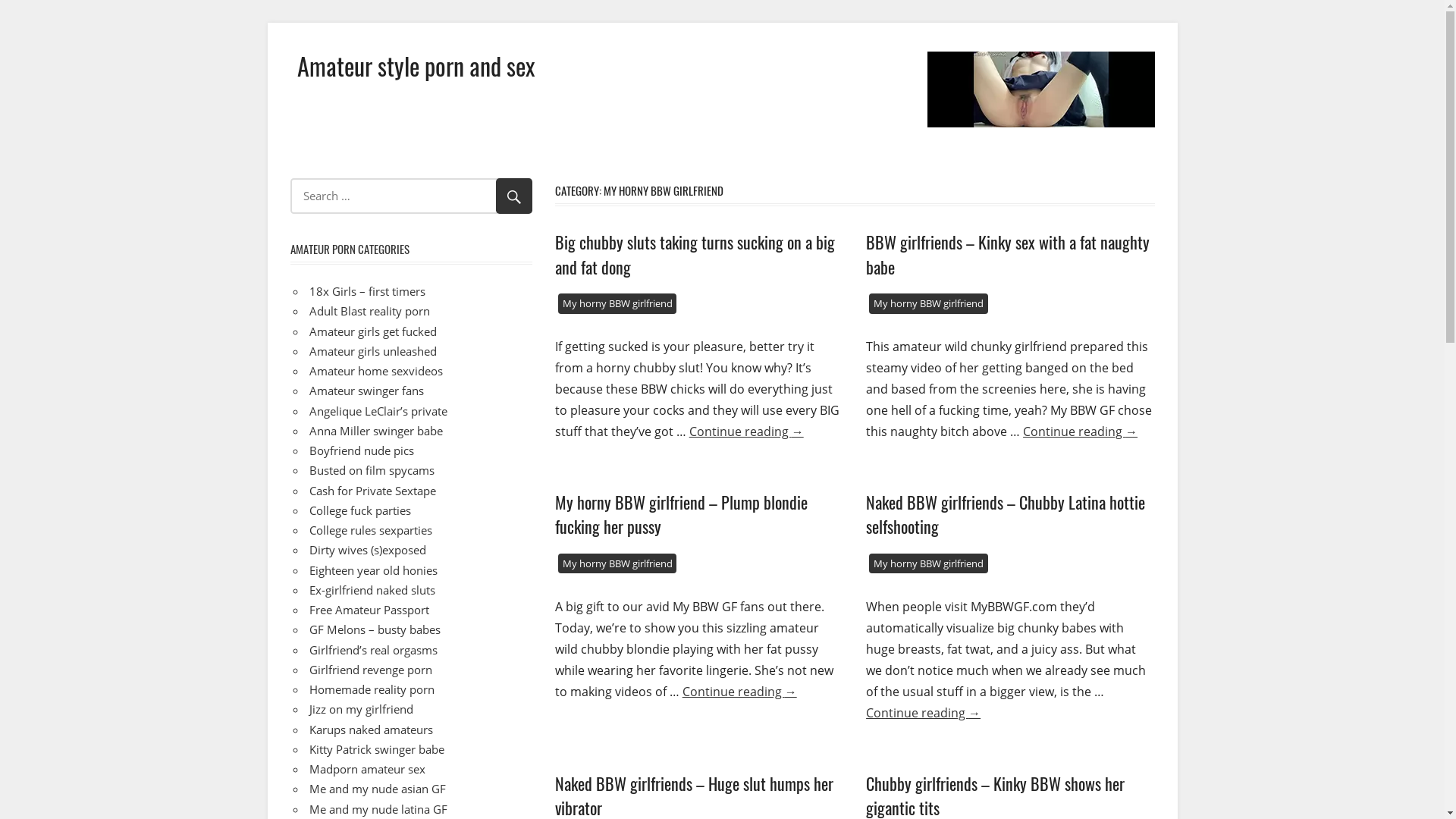  I want to click on 'Anna Miller swinger babe', so click(375, 430).